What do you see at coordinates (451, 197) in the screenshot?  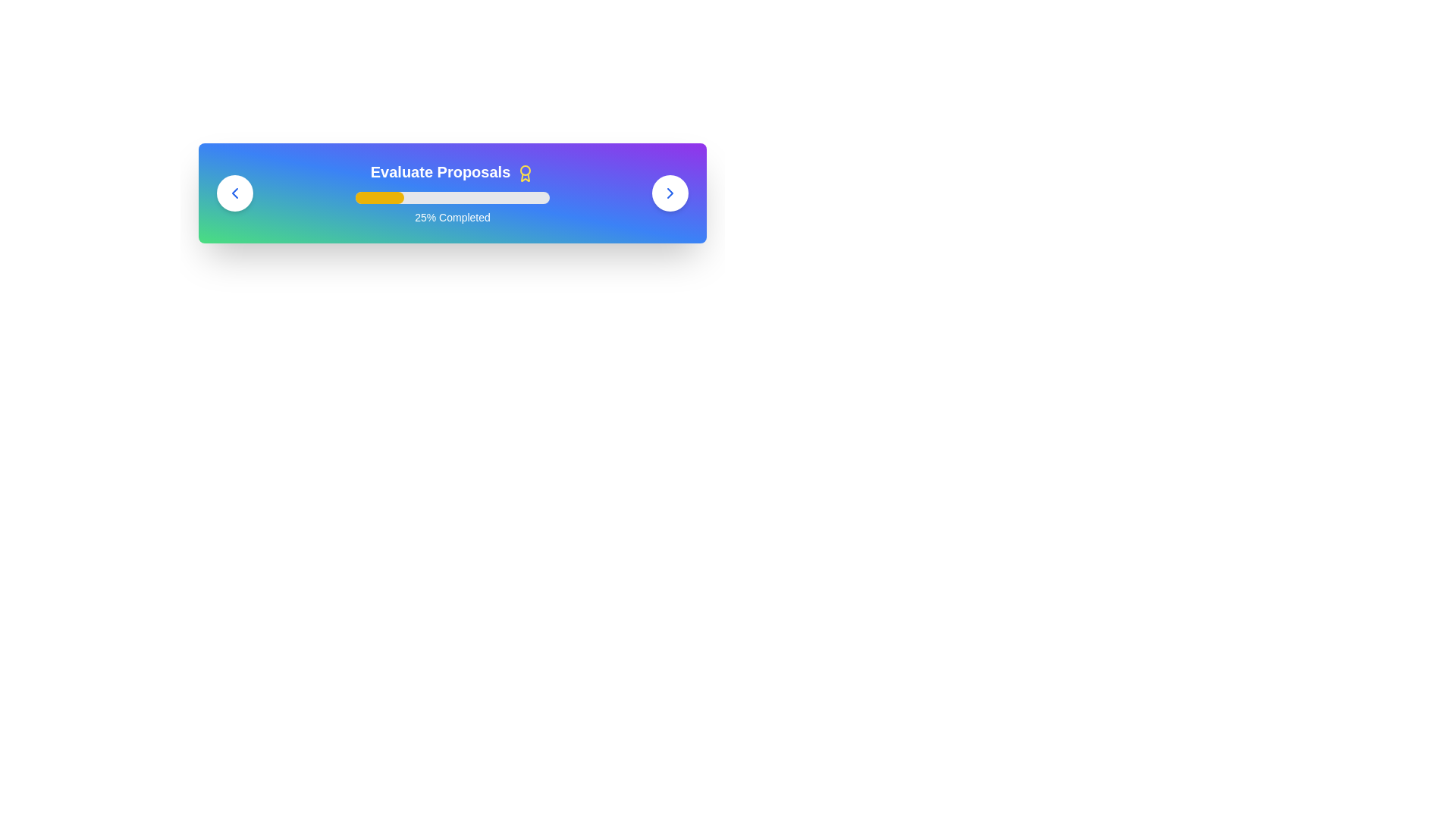 I see `the horizontal progress bar with a rounded gray background and a filled yellow segment indicating 25% completion, located below 'Evaluate Proposals' and above '25% Completed'` at bounding box center [451, 197].